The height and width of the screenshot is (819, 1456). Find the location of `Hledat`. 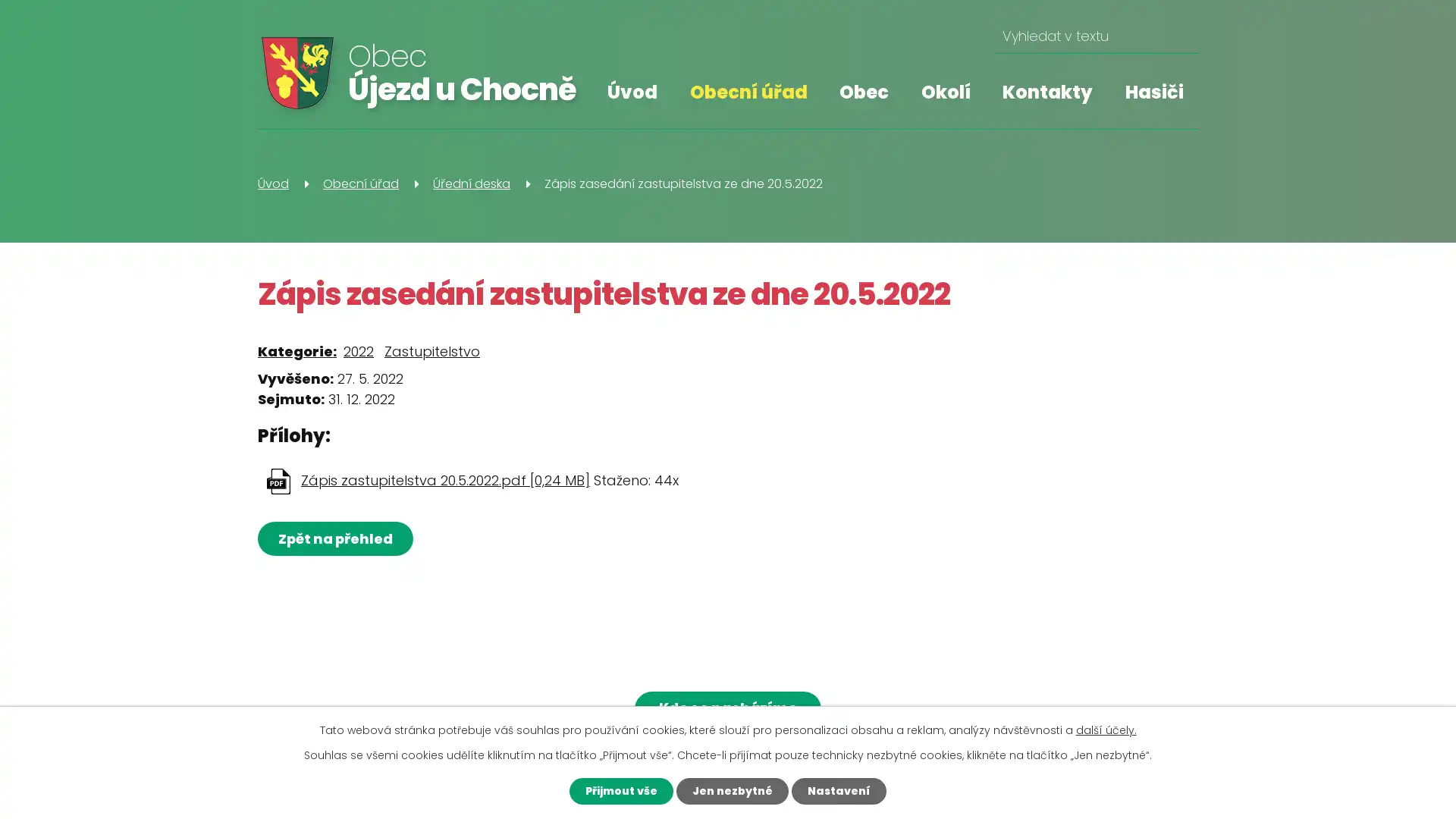

Hledat is located at coordinates (1180, 36).